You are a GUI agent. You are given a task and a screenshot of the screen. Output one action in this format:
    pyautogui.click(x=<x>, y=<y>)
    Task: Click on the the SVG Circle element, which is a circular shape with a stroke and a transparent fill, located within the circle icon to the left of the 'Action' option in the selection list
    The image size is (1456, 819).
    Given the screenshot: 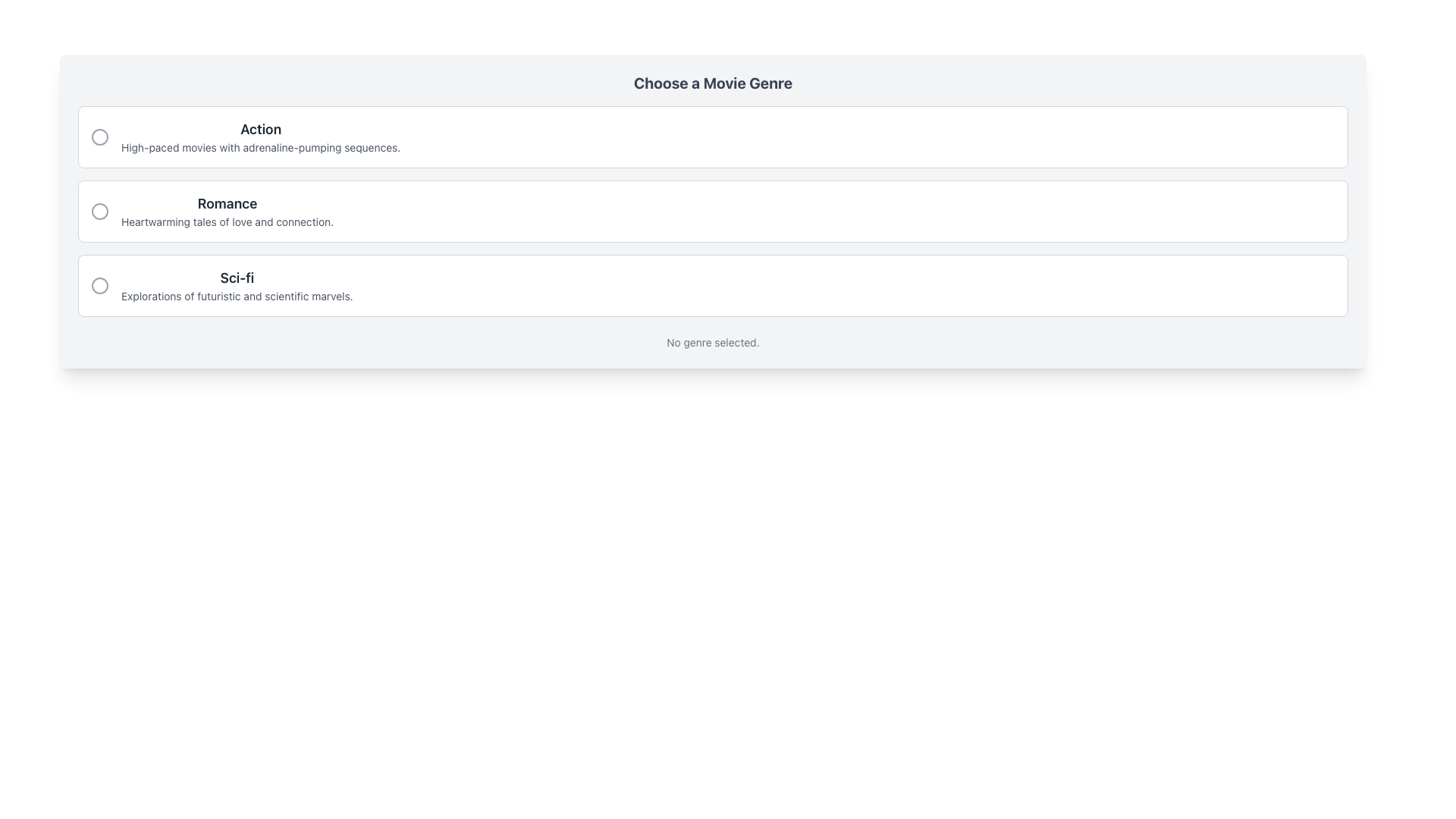 What is the action you would take?
    pyautogui.click(x=99, y=137)
    